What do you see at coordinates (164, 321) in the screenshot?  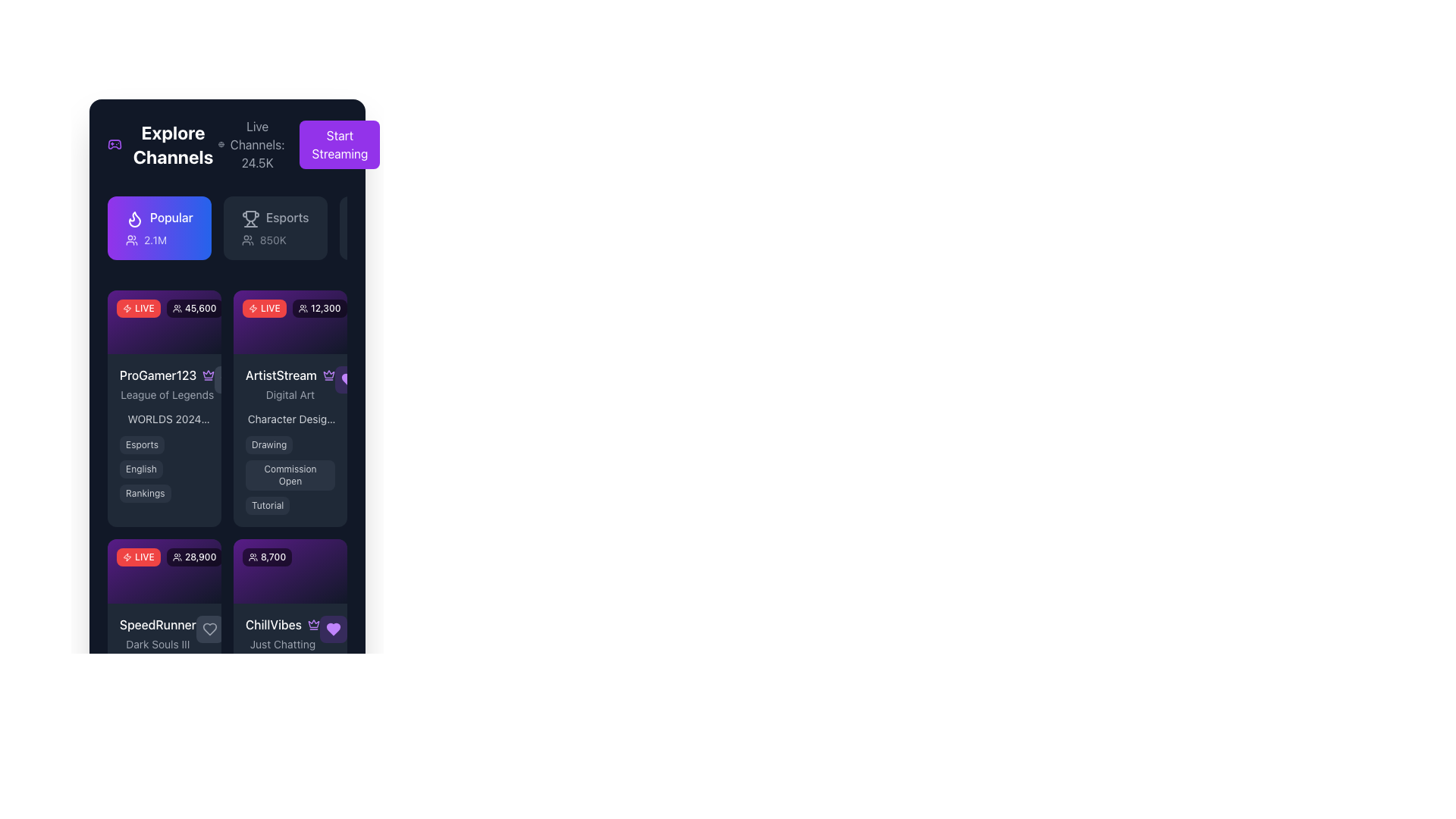 I see `displayed information from the informational tag showing the live status and viewer count, located at the top of the first card in the second row of the channel list` at bounding box center [164, 321].